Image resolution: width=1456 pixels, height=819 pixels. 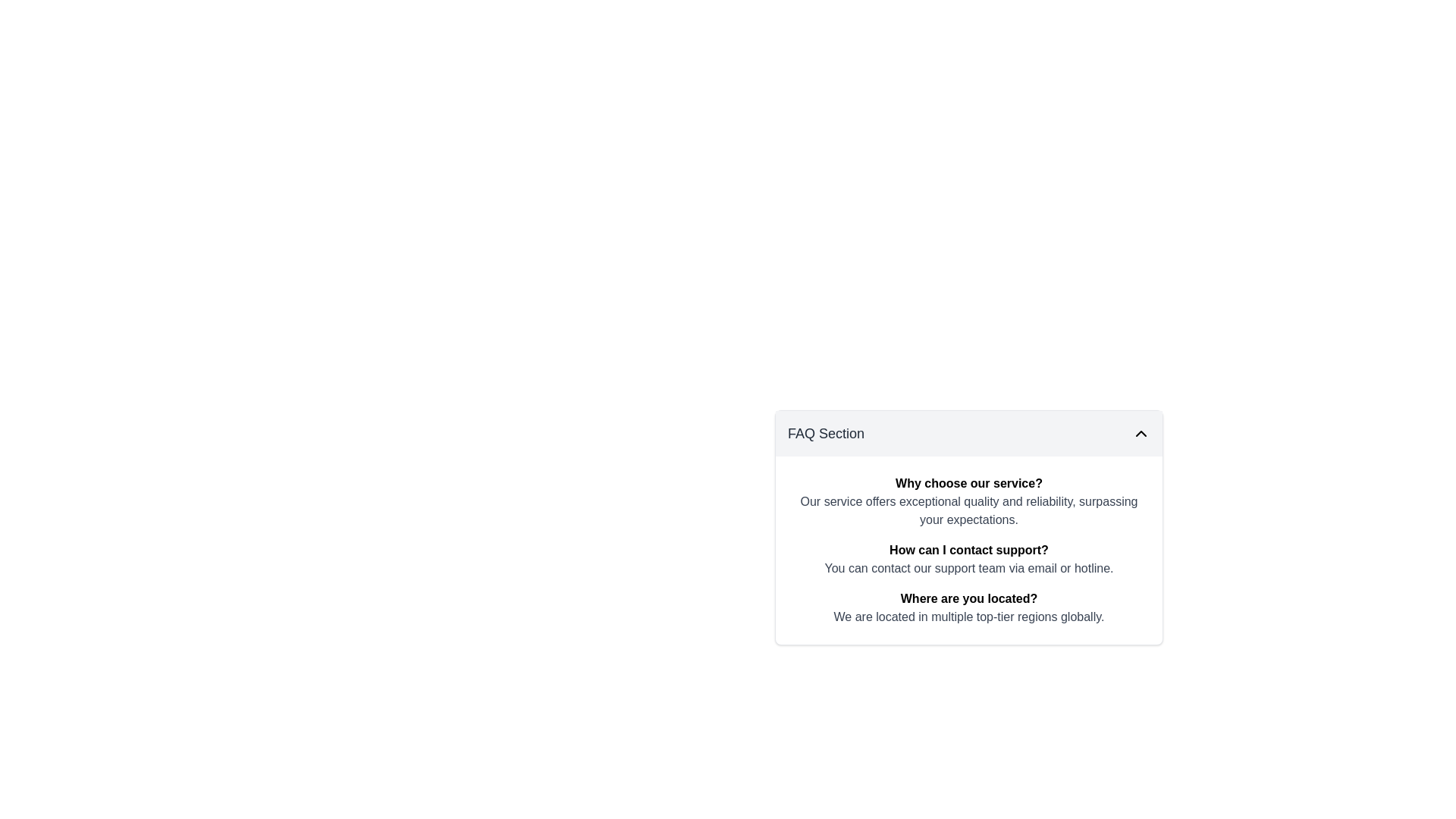 What do you see at coordinates (968, 617) in the screenshot?
I see `the text component styled in a grayish font that reads 'We are located in multiple top-tier regions globally.', located below the bold title 'Where are you located?' in the FAQ section` at bounding box center [968, 617].